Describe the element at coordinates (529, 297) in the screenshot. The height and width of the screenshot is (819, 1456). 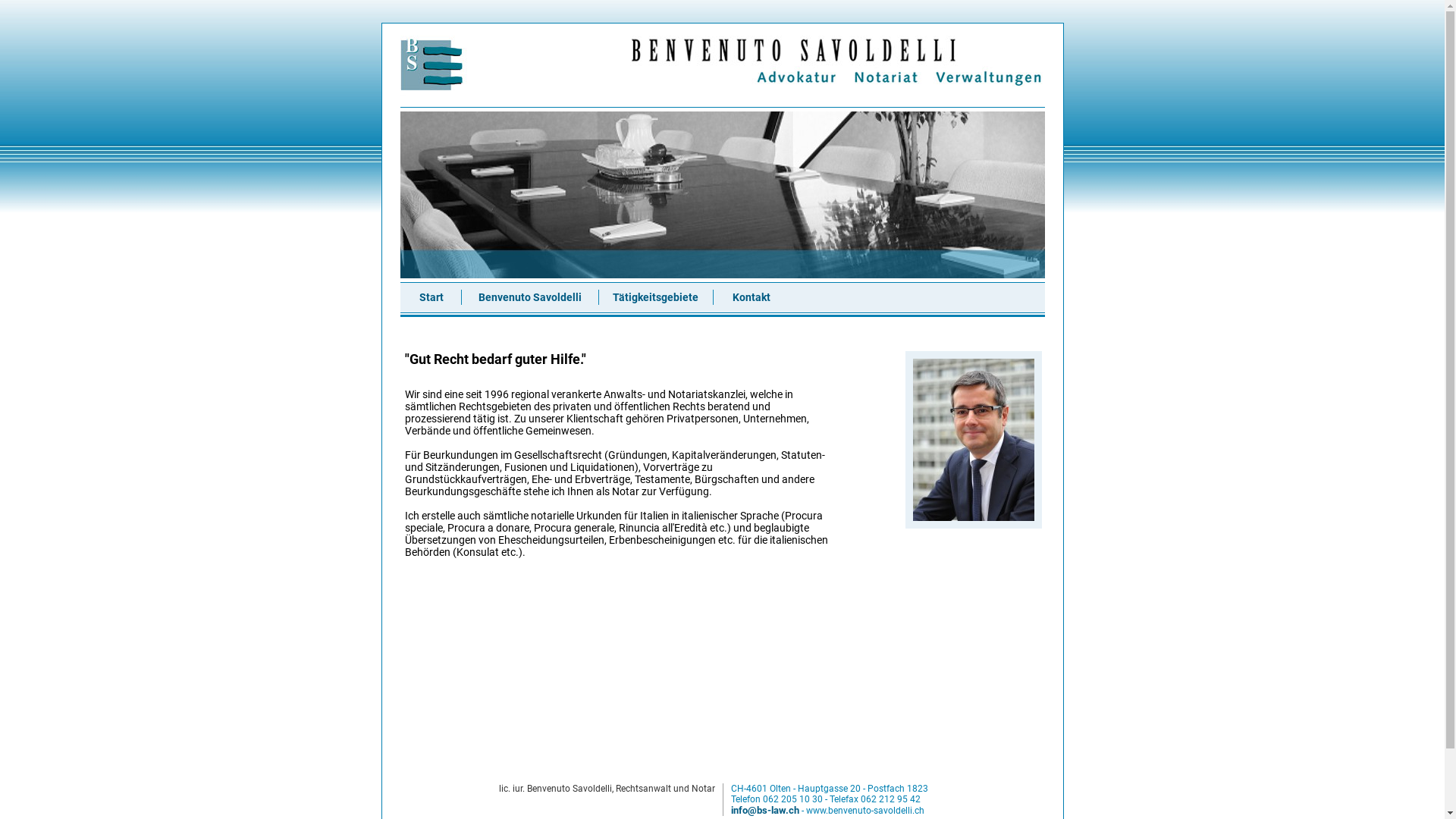
I see `'Benvenuto Savoldelli'` at that location.